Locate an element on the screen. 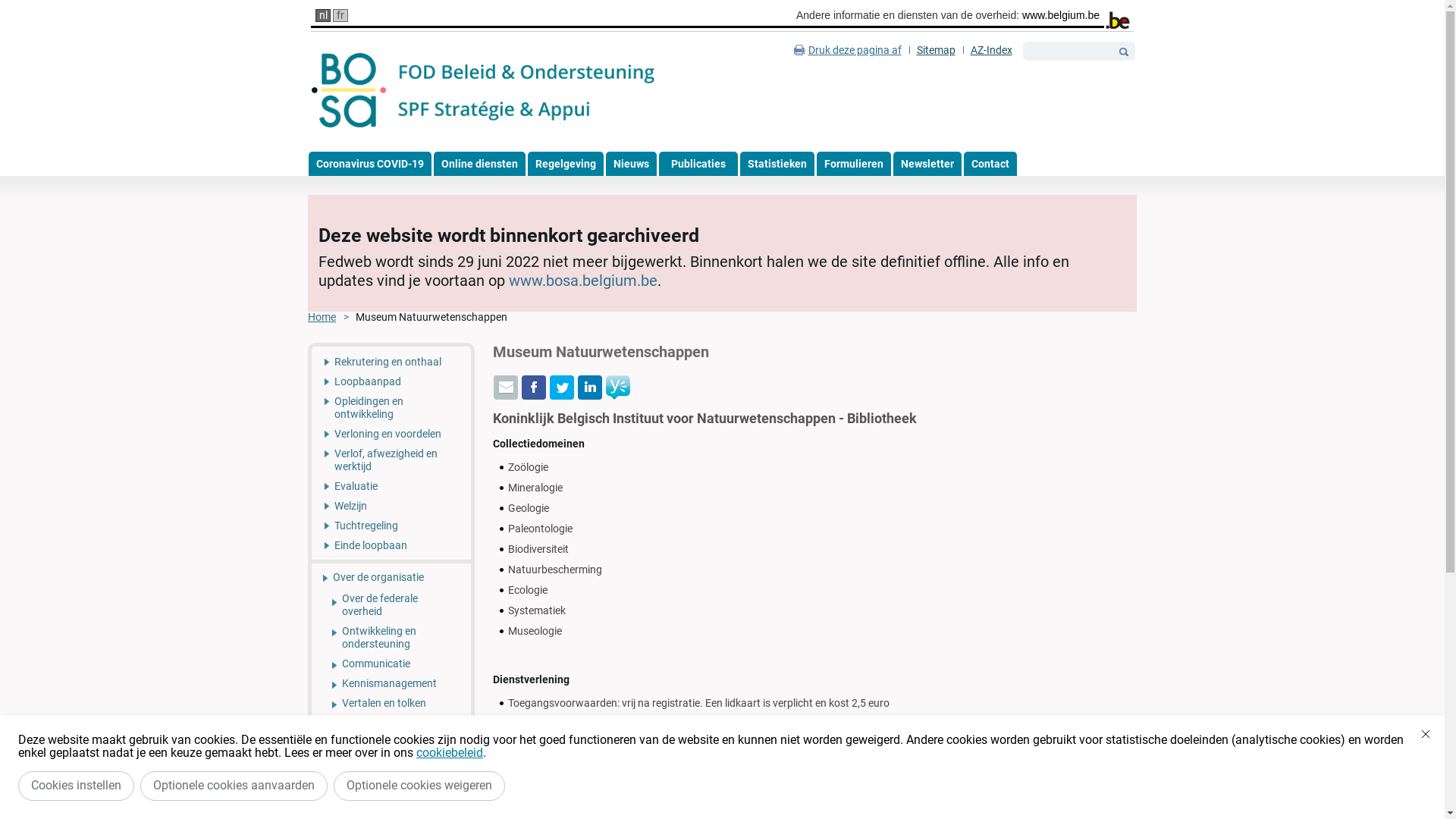  'Publicaties' is located at coordinates (697, 164).